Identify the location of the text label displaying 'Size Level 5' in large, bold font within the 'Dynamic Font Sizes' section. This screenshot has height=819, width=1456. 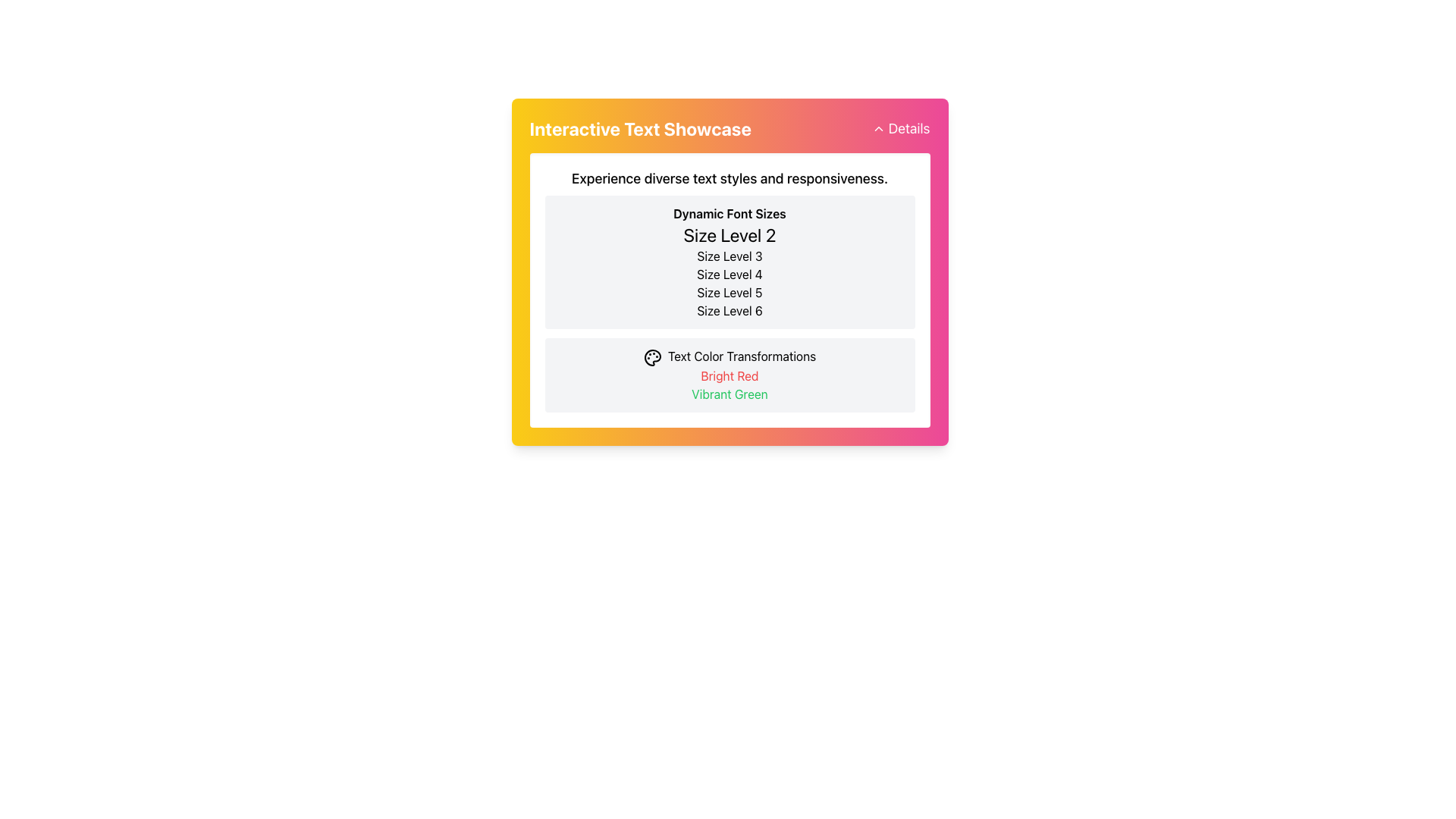
(730, 292).